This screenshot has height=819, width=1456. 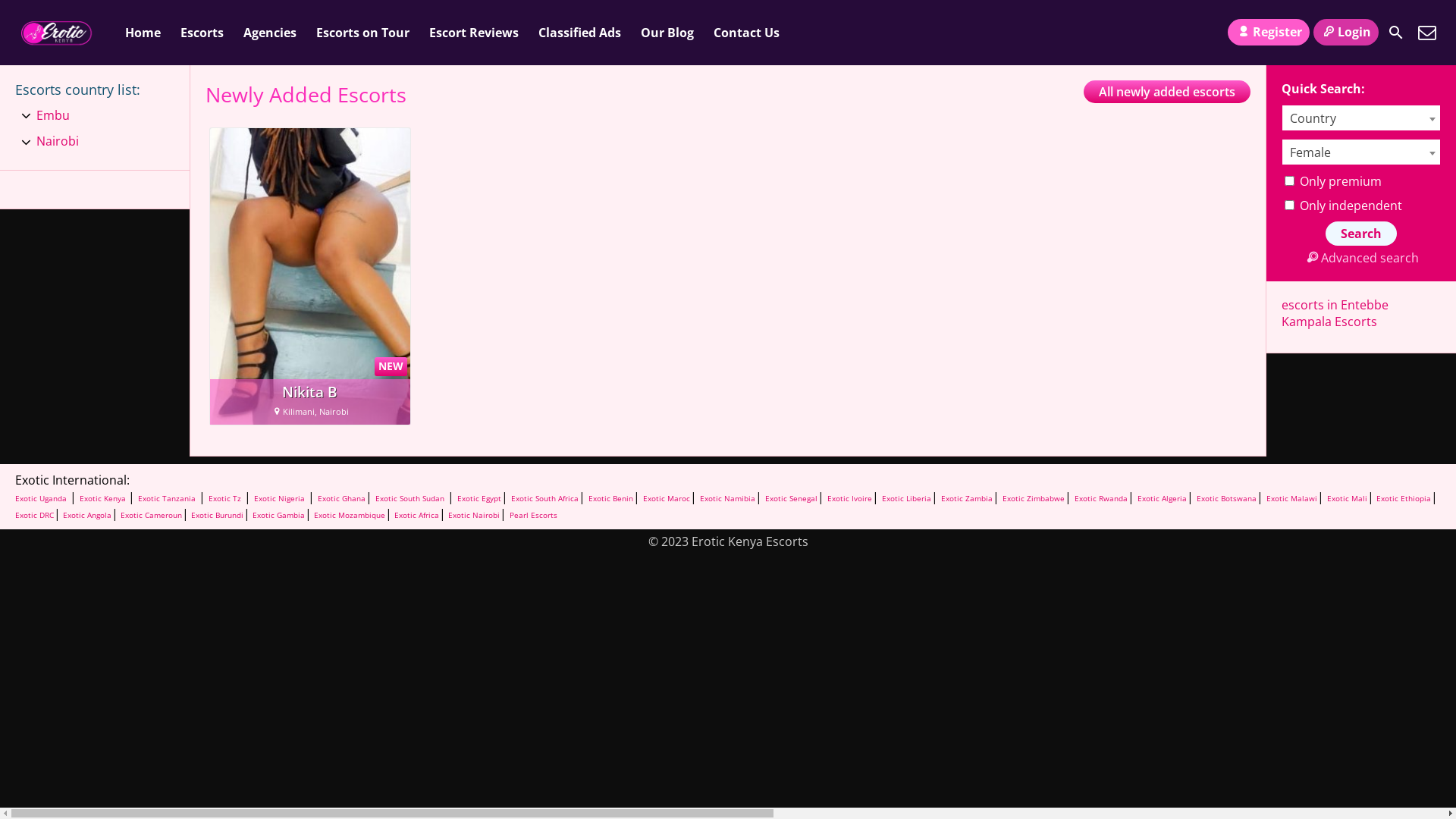 What do you see at coordinates (34, 513) in the screenshot?
I see `'Exotic DRC'` at bounding box center [34, 513].